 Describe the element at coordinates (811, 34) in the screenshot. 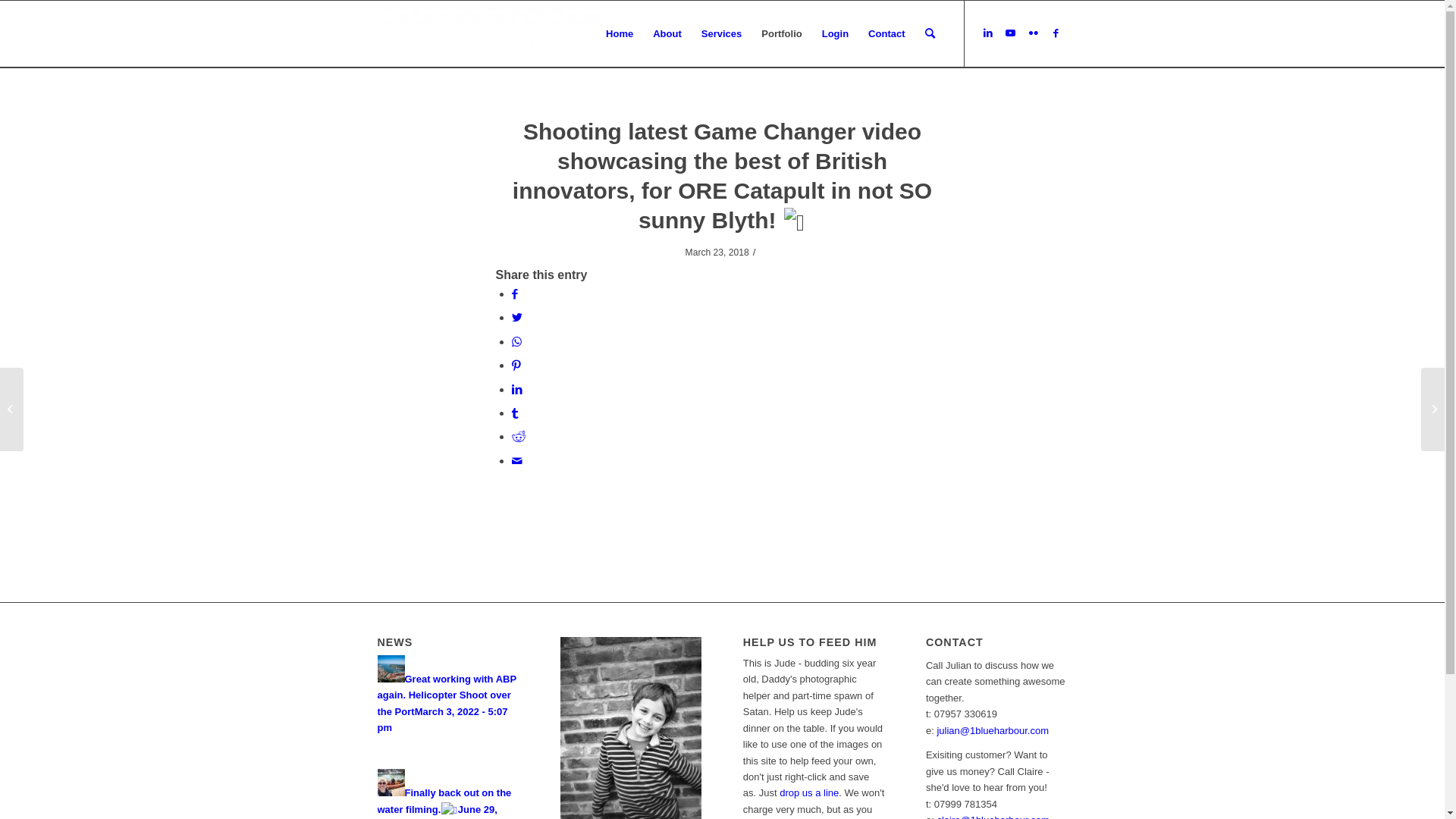

I see `'Login'` at that location.